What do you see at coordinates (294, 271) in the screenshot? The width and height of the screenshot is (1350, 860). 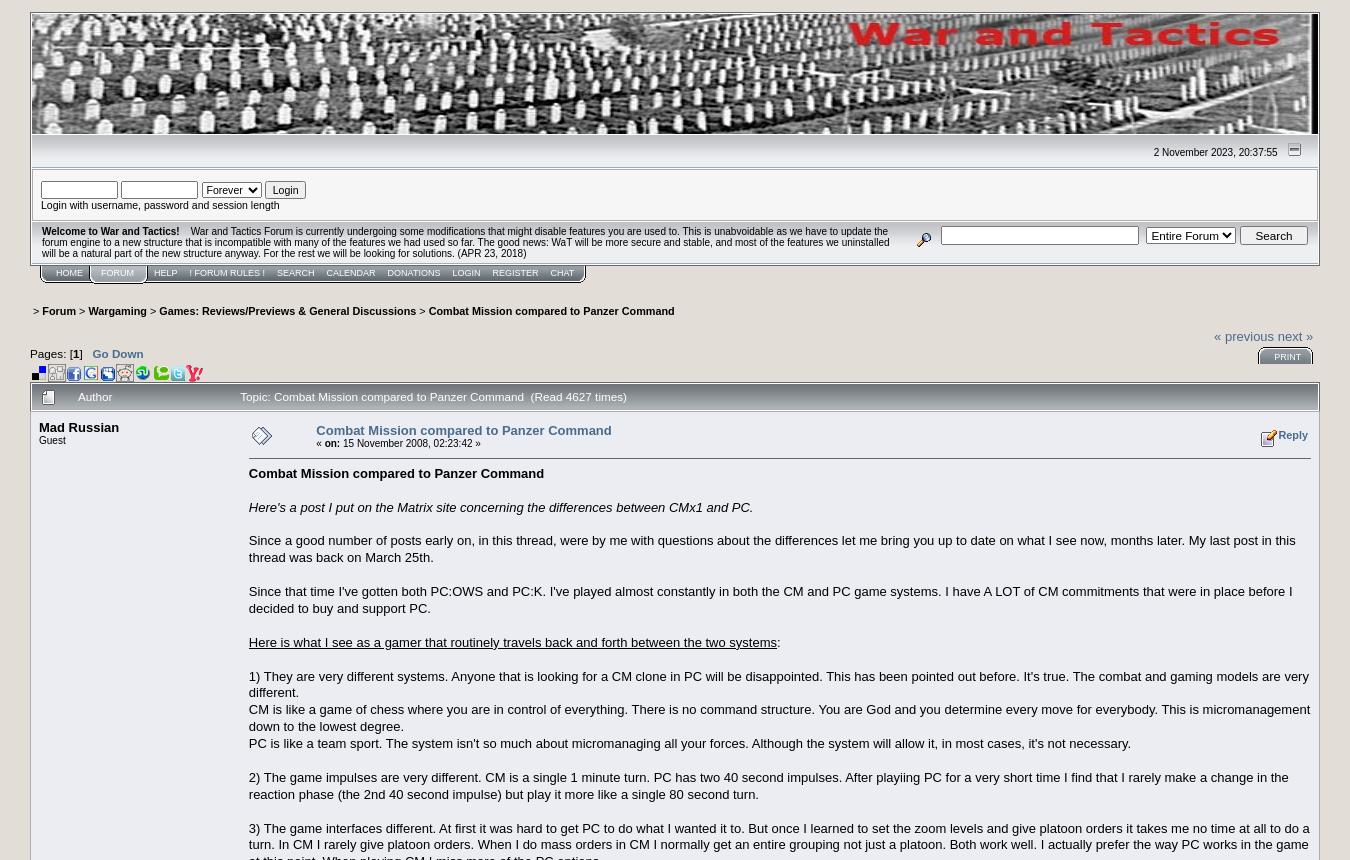 I see `'Search'` at bounding box center [294, 271].